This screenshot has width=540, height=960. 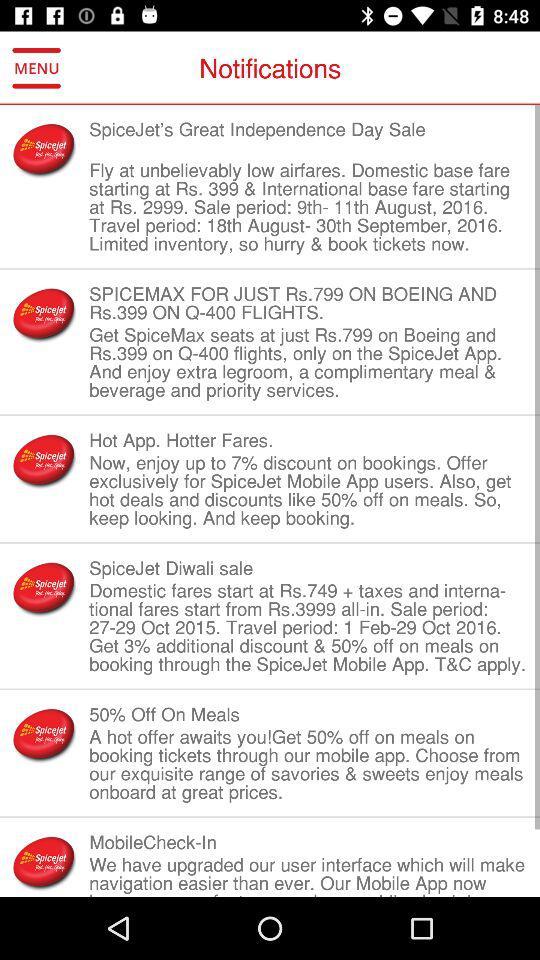 I want to click on item next to the spicejet s great icon, so click(x=44, y=148).